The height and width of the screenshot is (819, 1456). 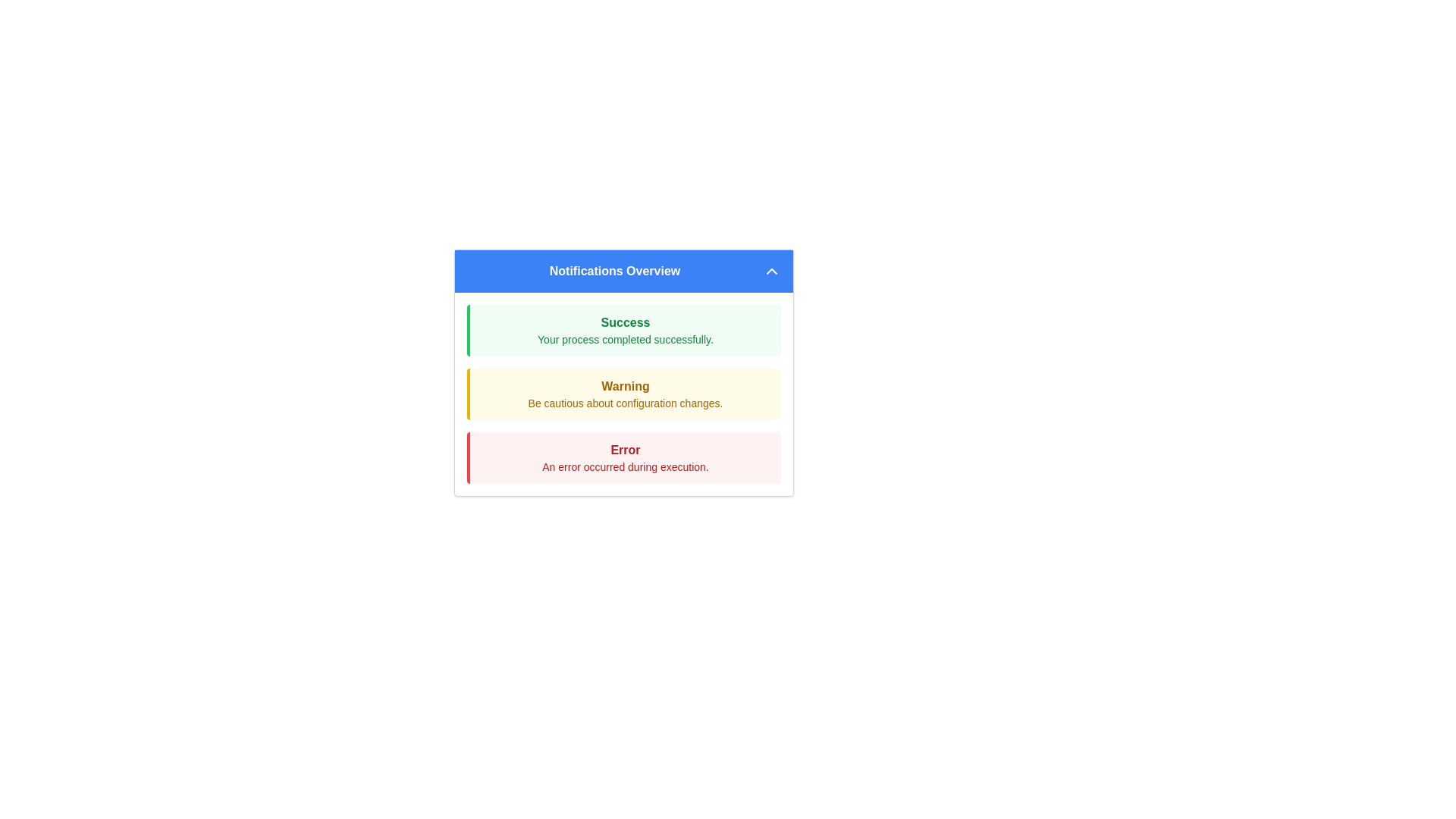 What do you see at coordinates (626, 322) in the screenshot?
I see `the header text label of the notification indicating a successful operation, located above the message 'Your process completed successfully'` at bounding box center [626, 322].